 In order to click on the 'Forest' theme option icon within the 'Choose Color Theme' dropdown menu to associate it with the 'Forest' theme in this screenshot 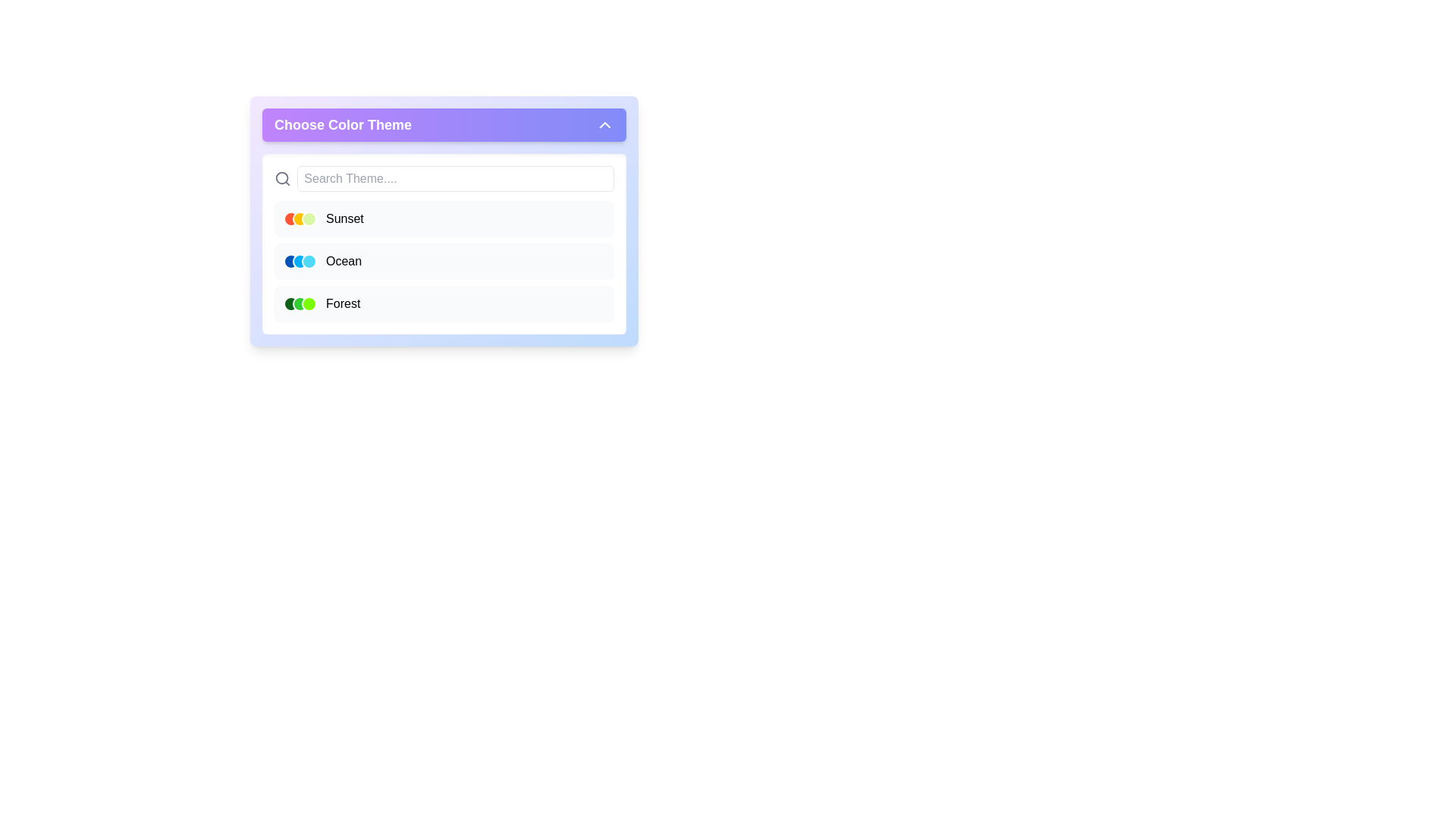, I will do `click(300, 304)`.